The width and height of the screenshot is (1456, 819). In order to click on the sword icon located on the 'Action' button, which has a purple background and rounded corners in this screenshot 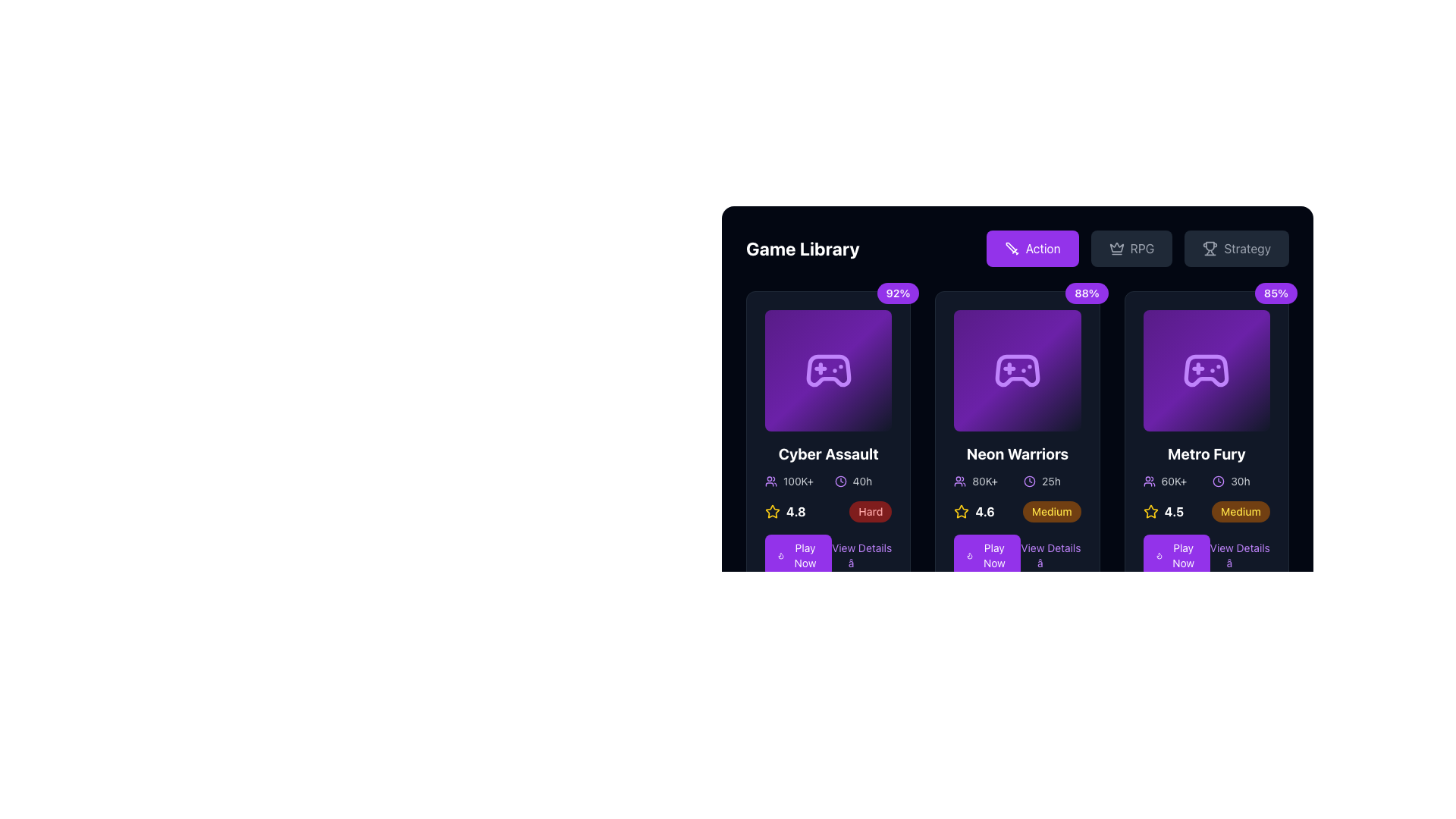, I will do `click(1012, 247)`.